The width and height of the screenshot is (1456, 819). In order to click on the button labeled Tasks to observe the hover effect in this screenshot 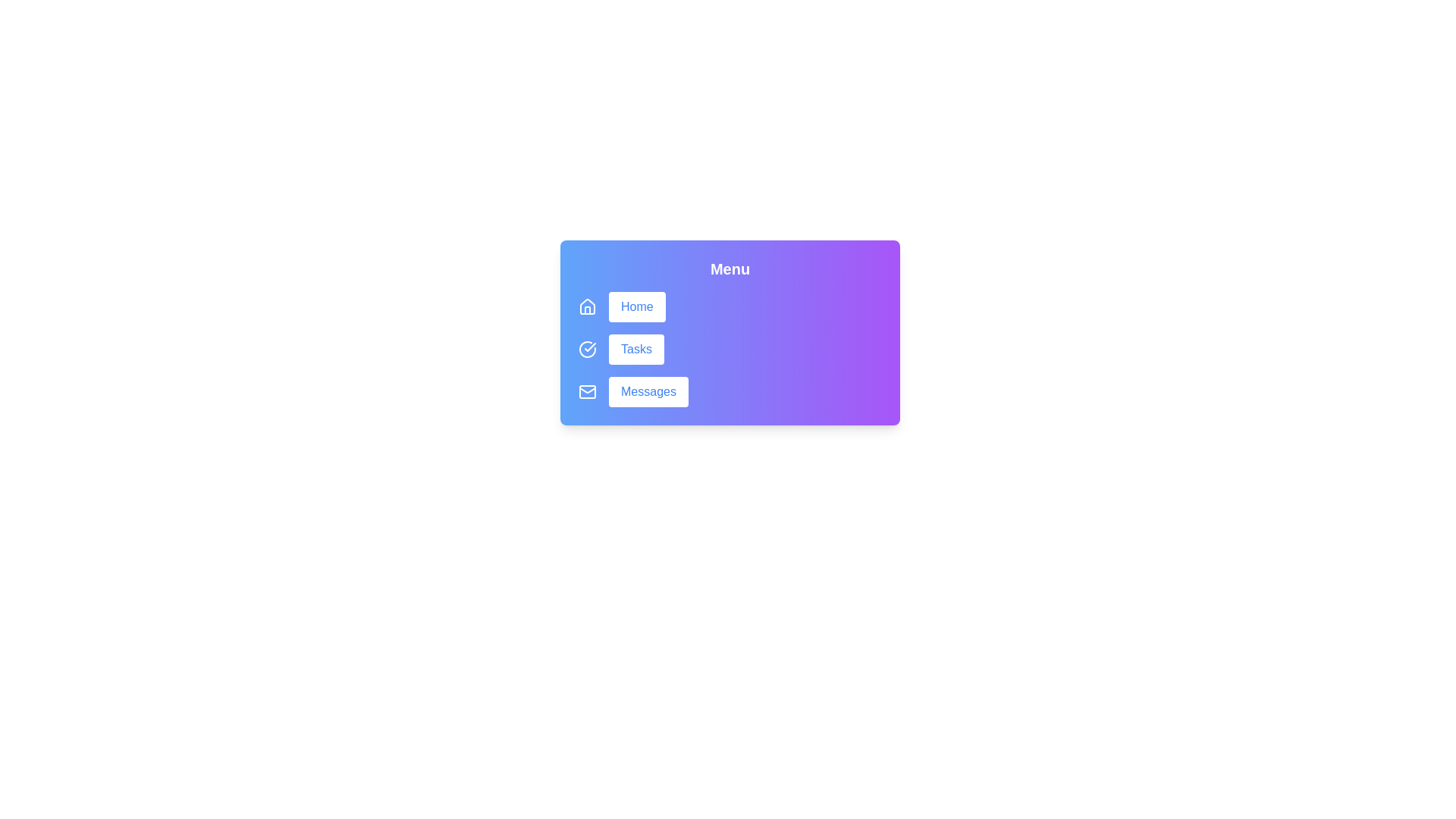, I will do `click(636, 350)`.